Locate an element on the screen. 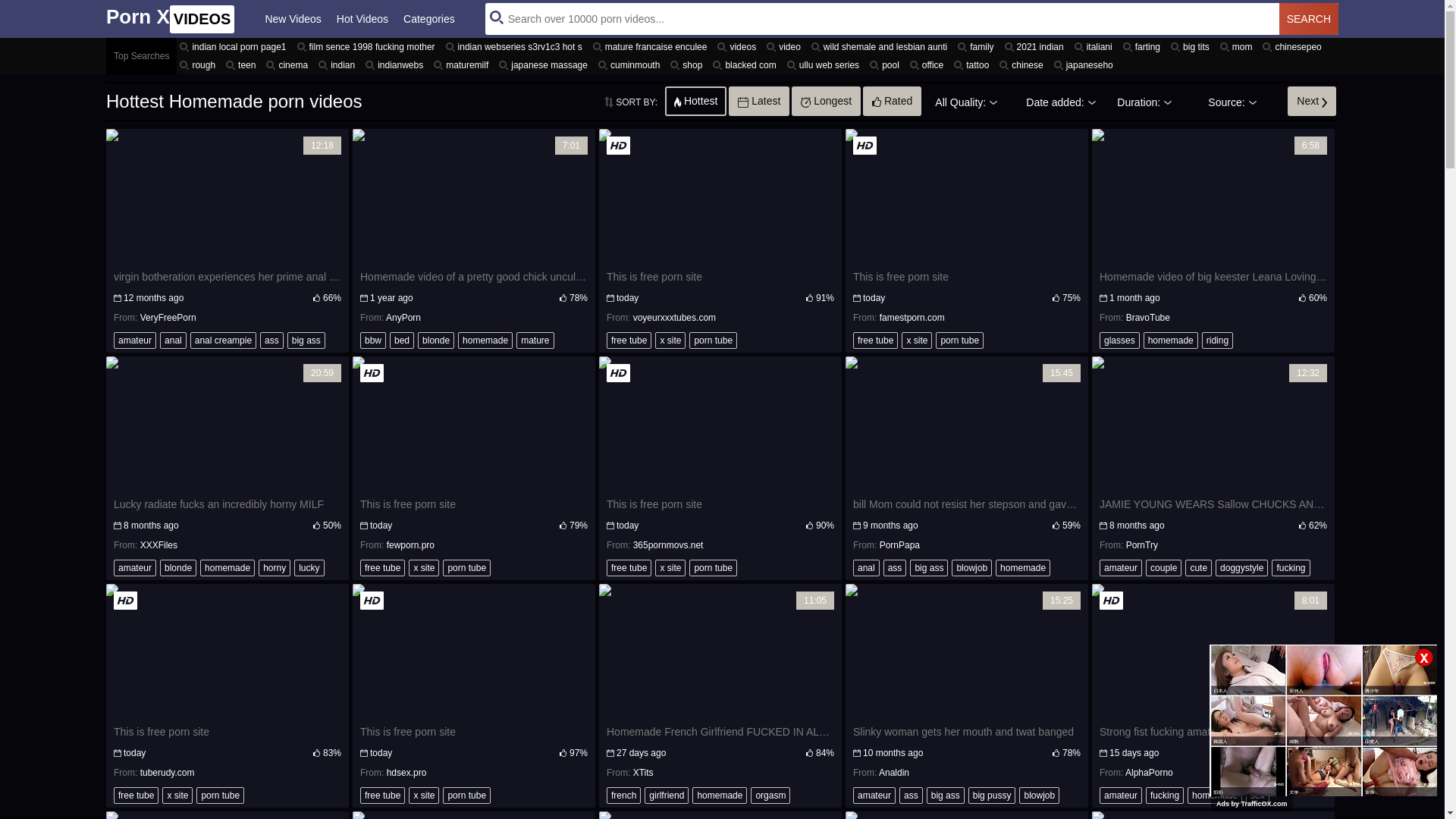 The width and height of the screenshot is (1456, 819). 'farting' is located at coordinates (1144, 45).